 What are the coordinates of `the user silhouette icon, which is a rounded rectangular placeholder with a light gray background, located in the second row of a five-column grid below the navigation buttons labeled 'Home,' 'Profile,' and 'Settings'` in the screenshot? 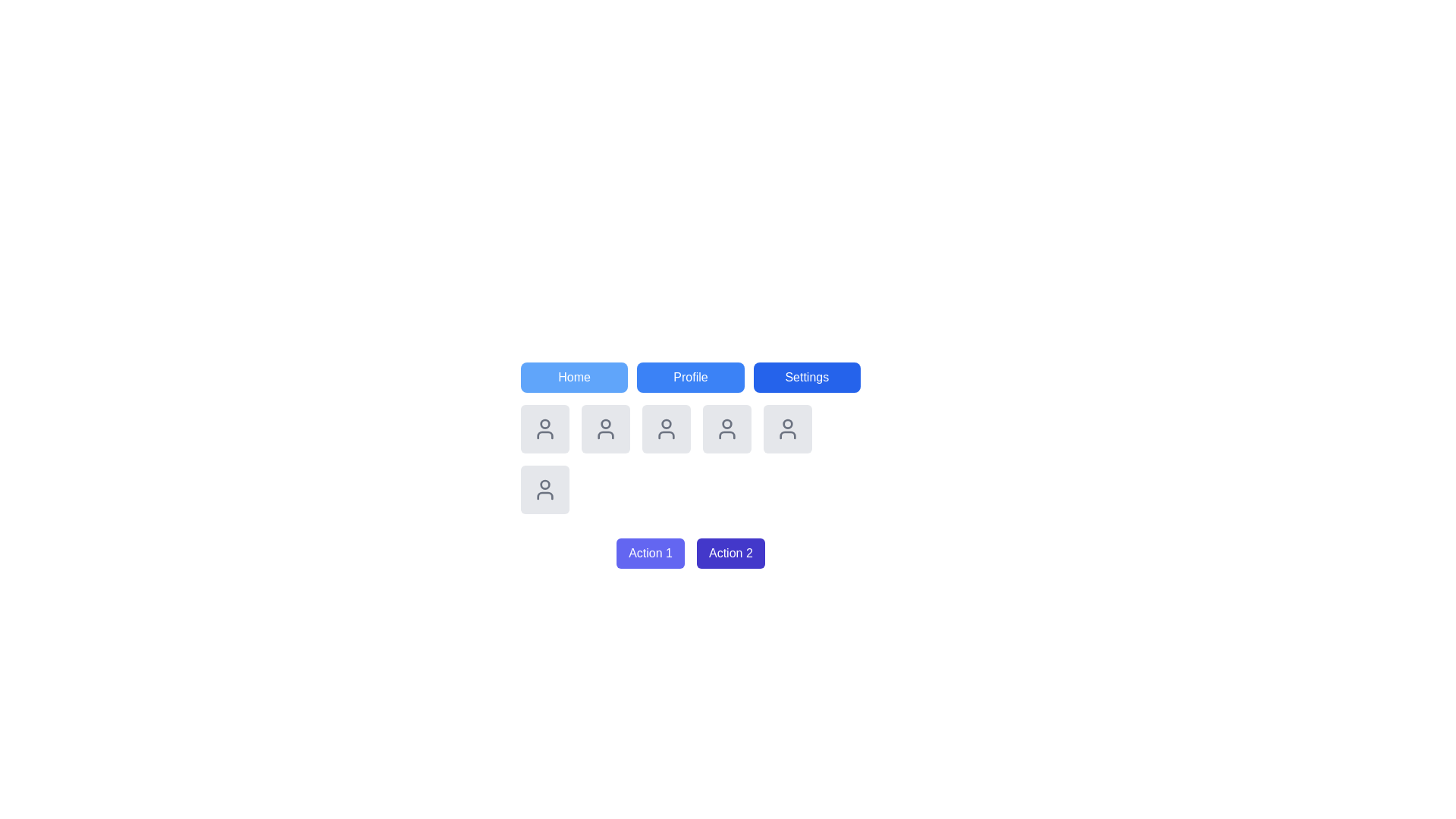 It's located at (666, 429).